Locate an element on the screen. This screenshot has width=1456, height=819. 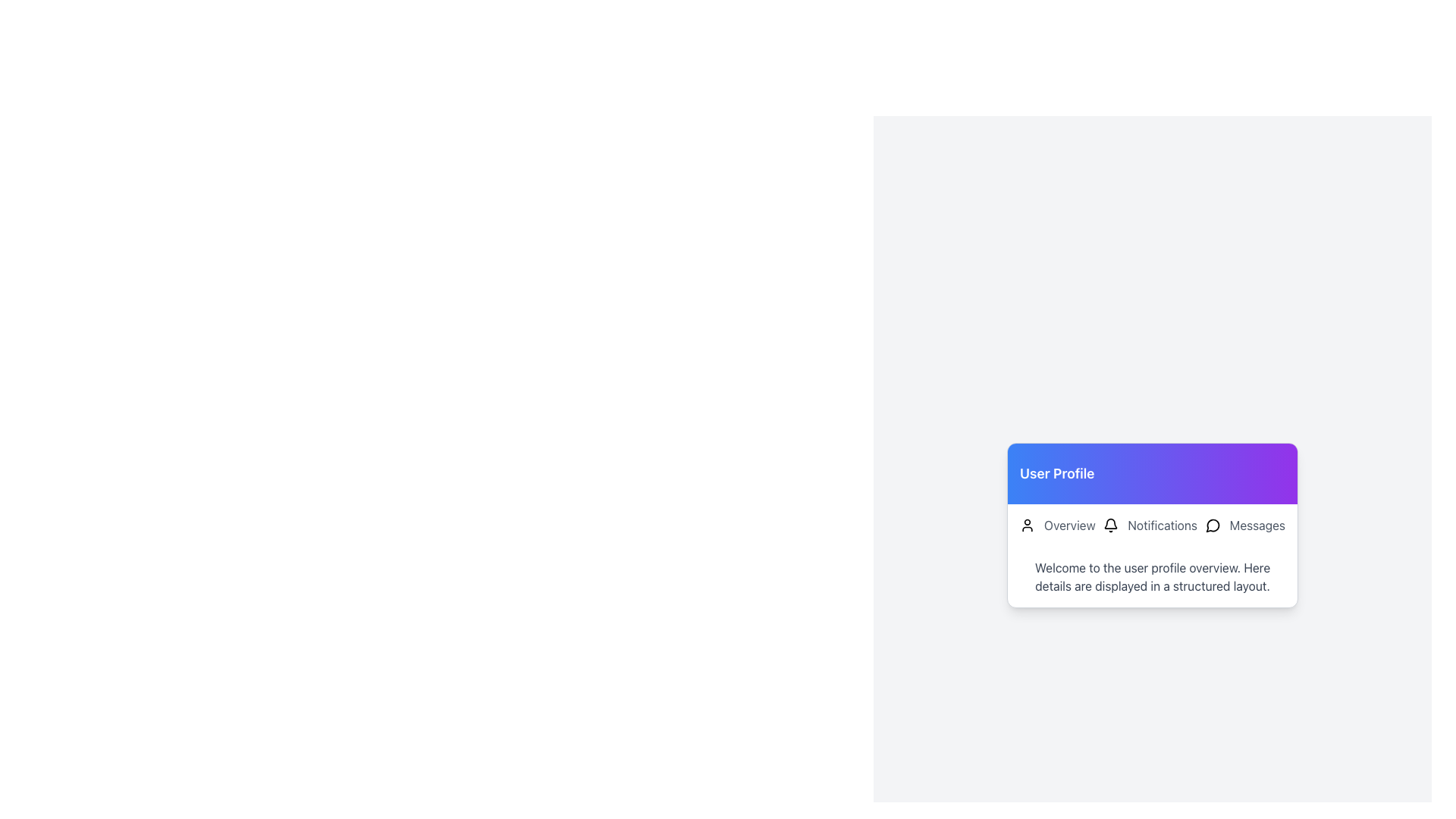
the speech bubble icon, which is a circular icon resembling a chat symbol, located in the bottom-right section of the interface near the 'Messages' label is located at coordinates (1212, 525).